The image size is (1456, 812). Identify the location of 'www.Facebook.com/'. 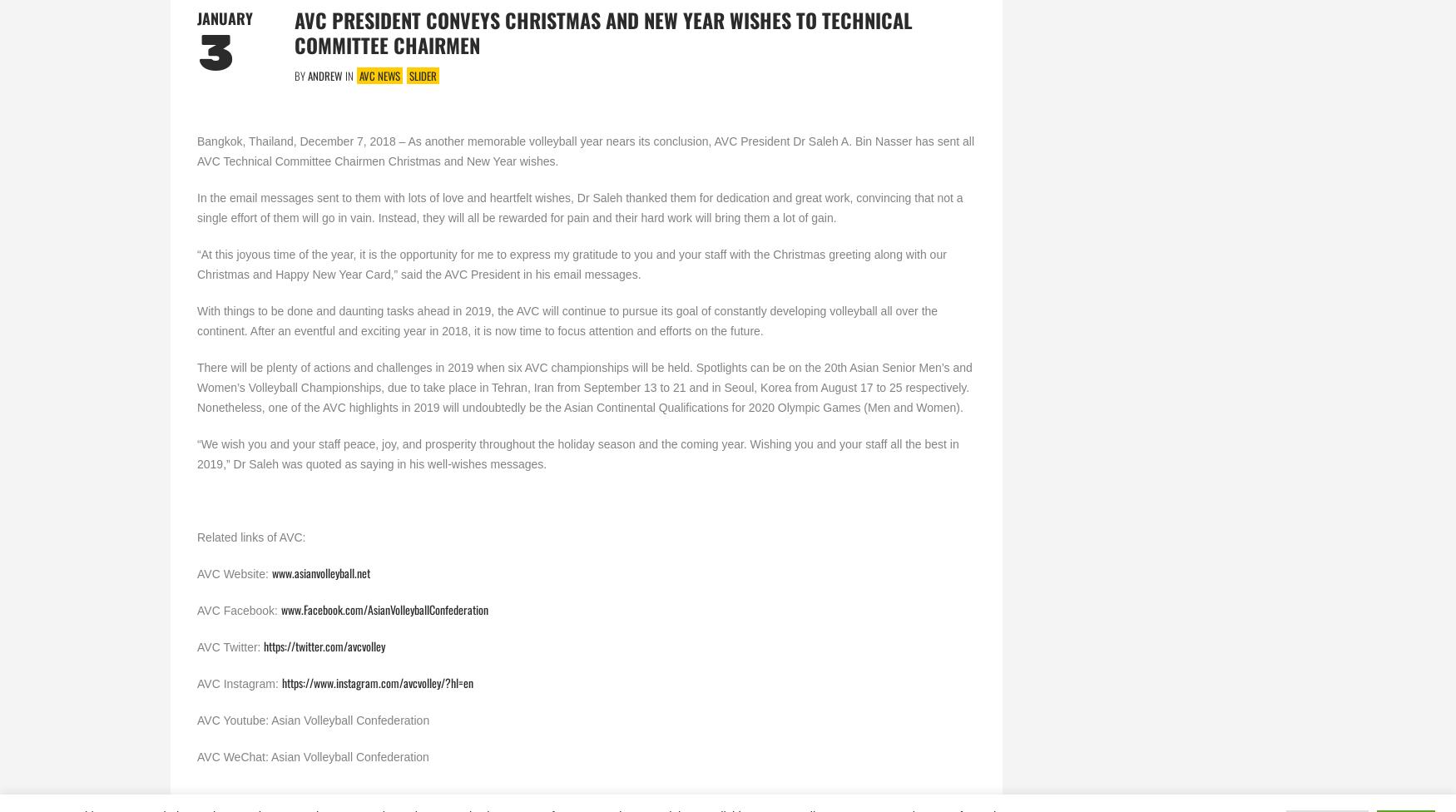
(323, 607).